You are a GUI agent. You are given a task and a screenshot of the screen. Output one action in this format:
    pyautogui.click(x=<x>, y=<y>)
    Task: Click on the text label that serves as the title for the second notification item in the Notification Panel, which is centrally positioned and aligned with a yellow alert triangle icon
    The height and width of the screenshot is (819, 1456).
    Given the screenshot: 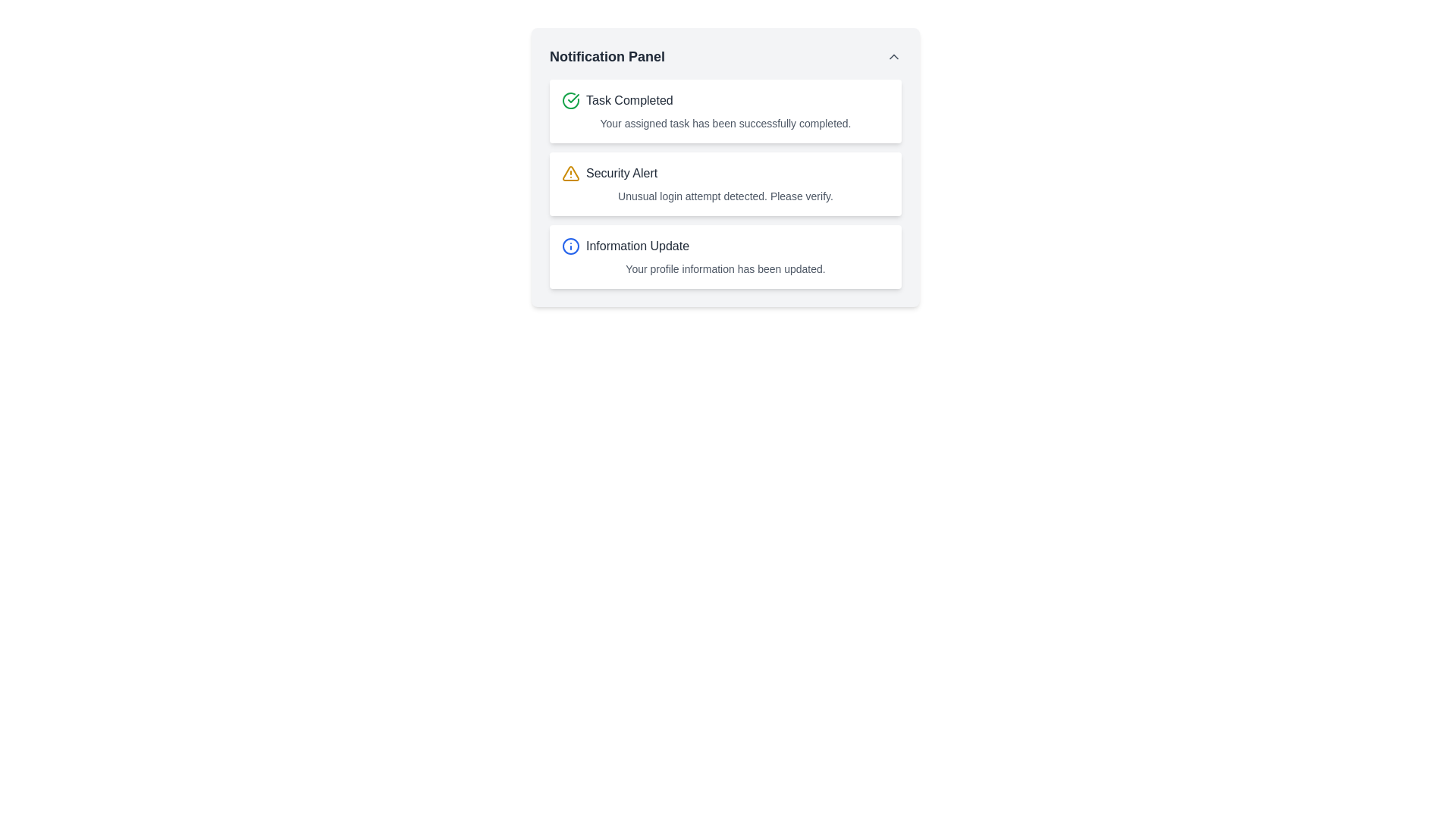 What is the action you would take?
    pyautogui.click(x=622, y=172)
    